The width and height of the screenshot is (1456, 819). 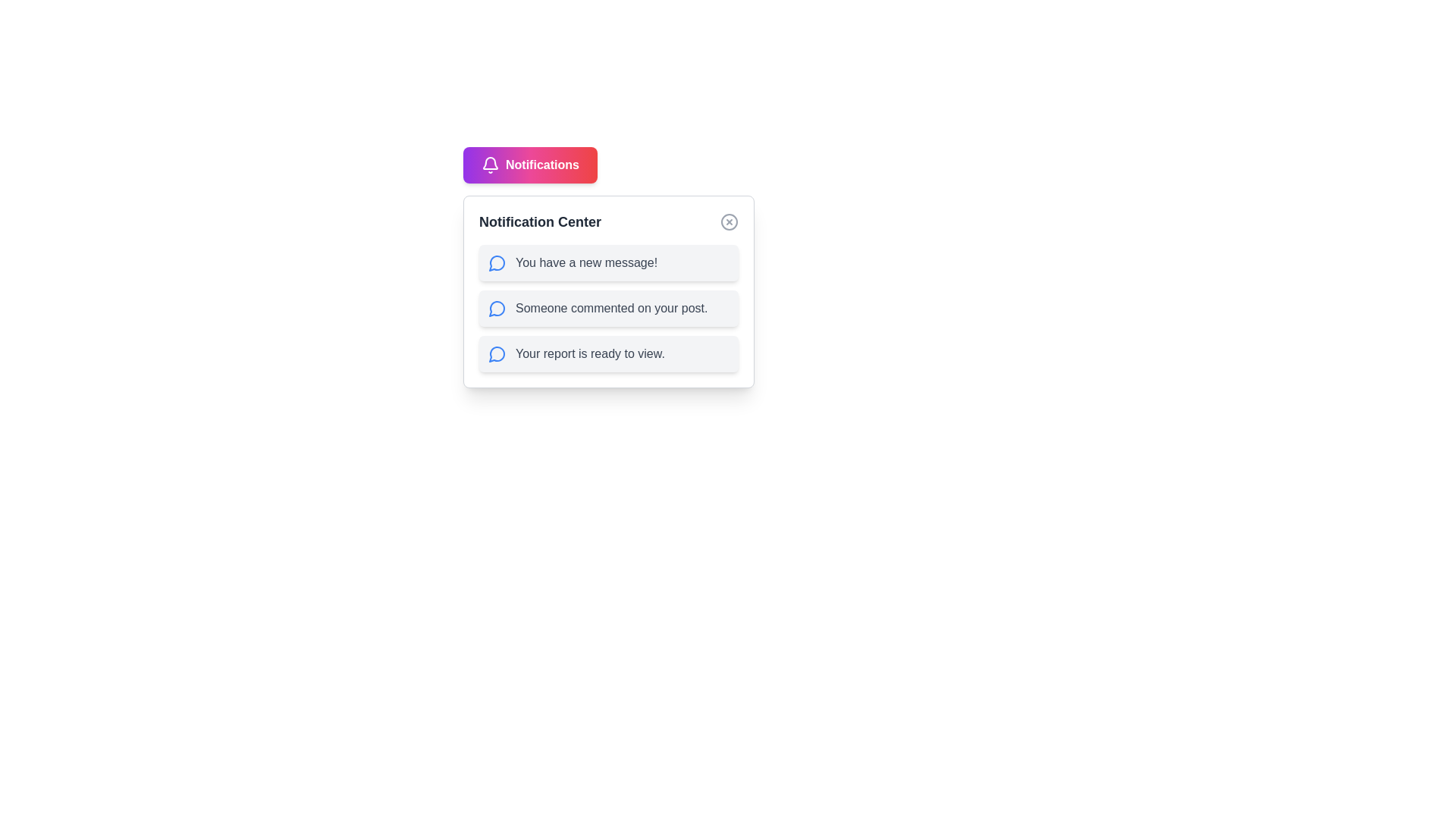 What do you see at coordinates (497, 308) in the screenshot?
I see `the speech bubble icon within the second notification entry of the Notification Center card, which is outlined and styled in a simple design` at bounding box center [497, 308].